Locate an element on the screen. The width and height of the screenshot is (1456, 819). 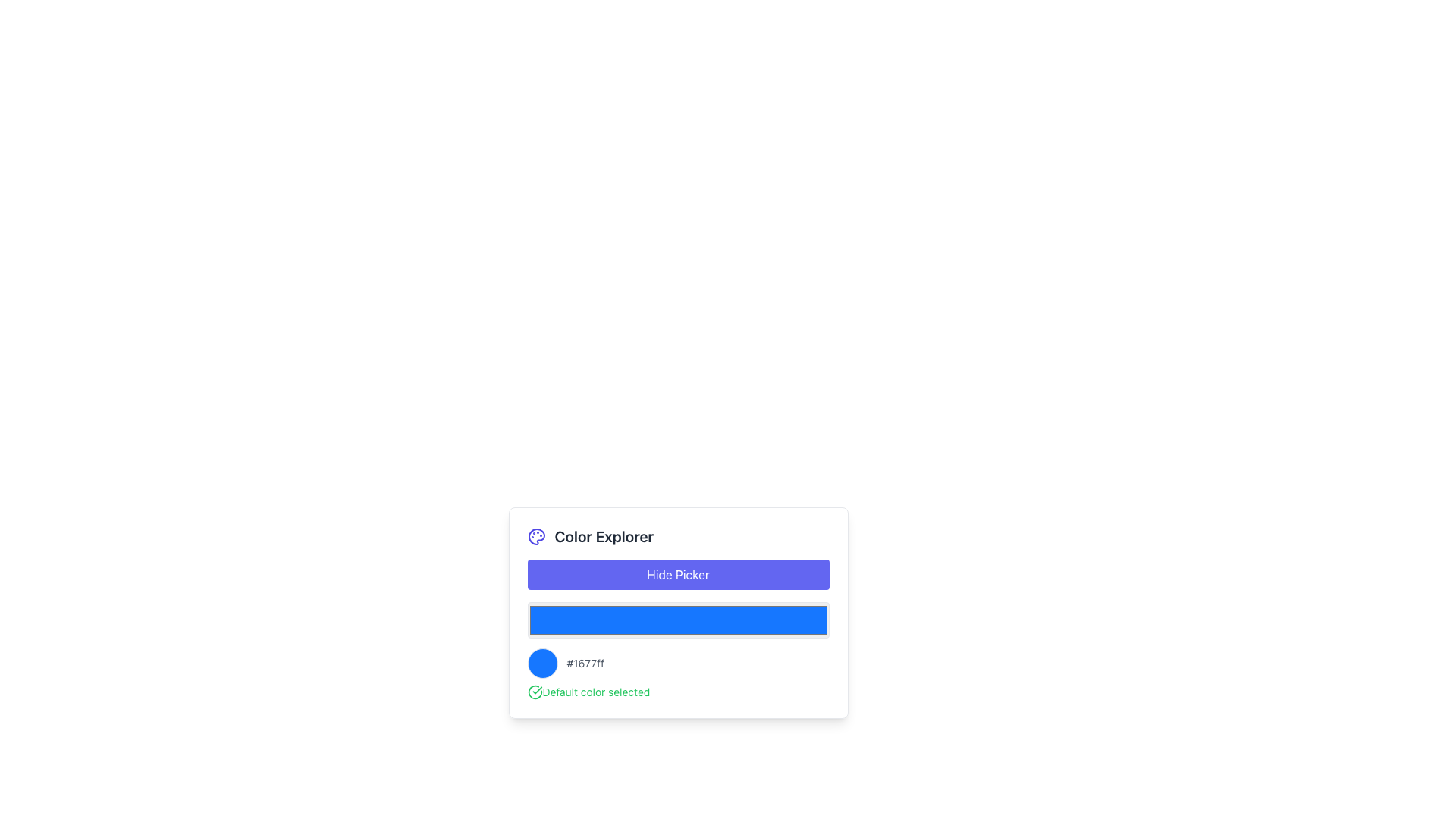
the checkmark icon that indicates the confirmation of the default color selection, located to the left of the text 'Default color selected' in green is located at coordinates (535, 692).